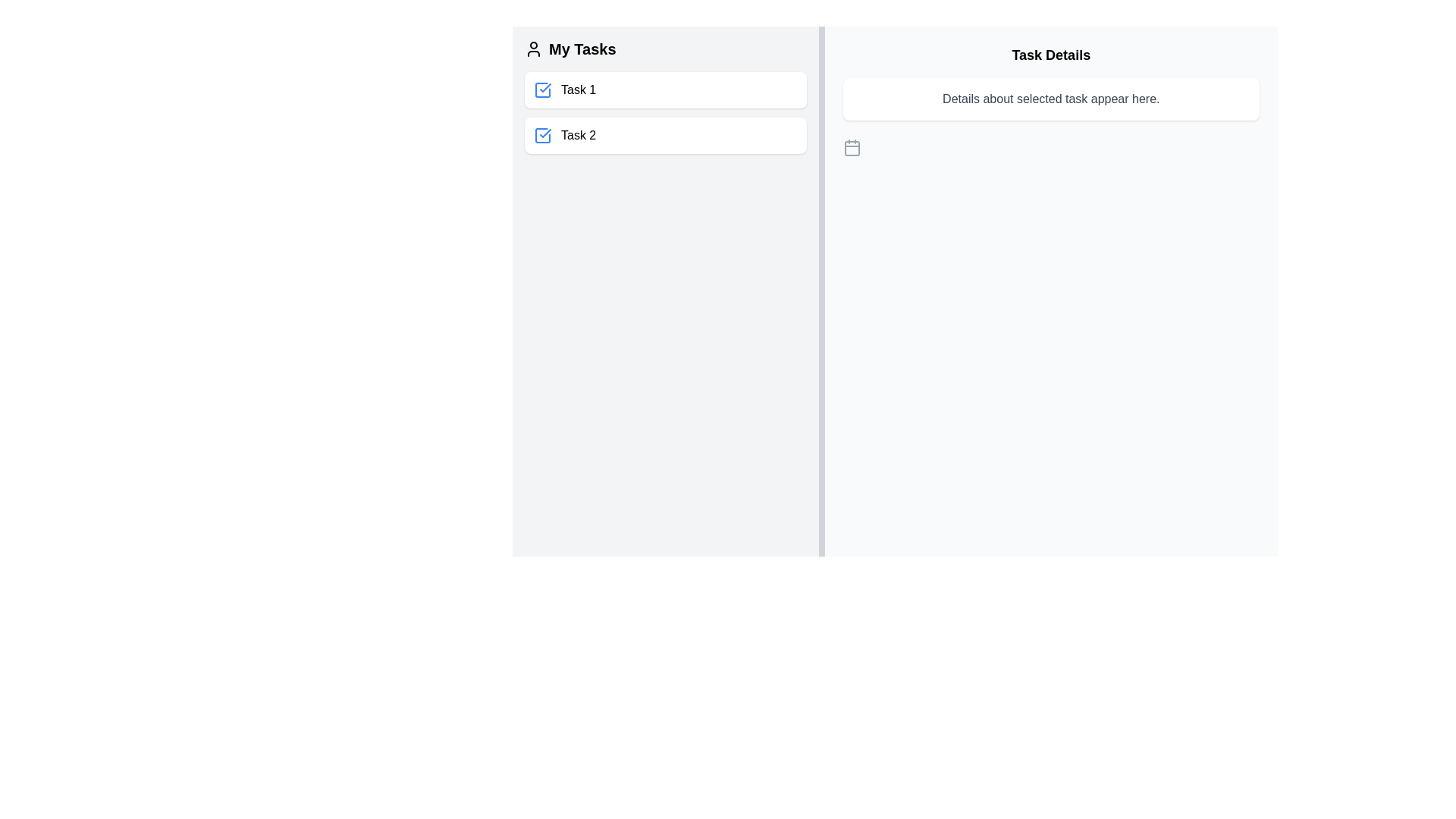 Image resolution: width=1456 pixels, height=819 pixels. Describe the element at coordinates (852, 149) in the screenshot. I see `the rounded rectangle component of the calendar icon, which is located below the 'Task Details' heading on the right panel of the interface` at that location.